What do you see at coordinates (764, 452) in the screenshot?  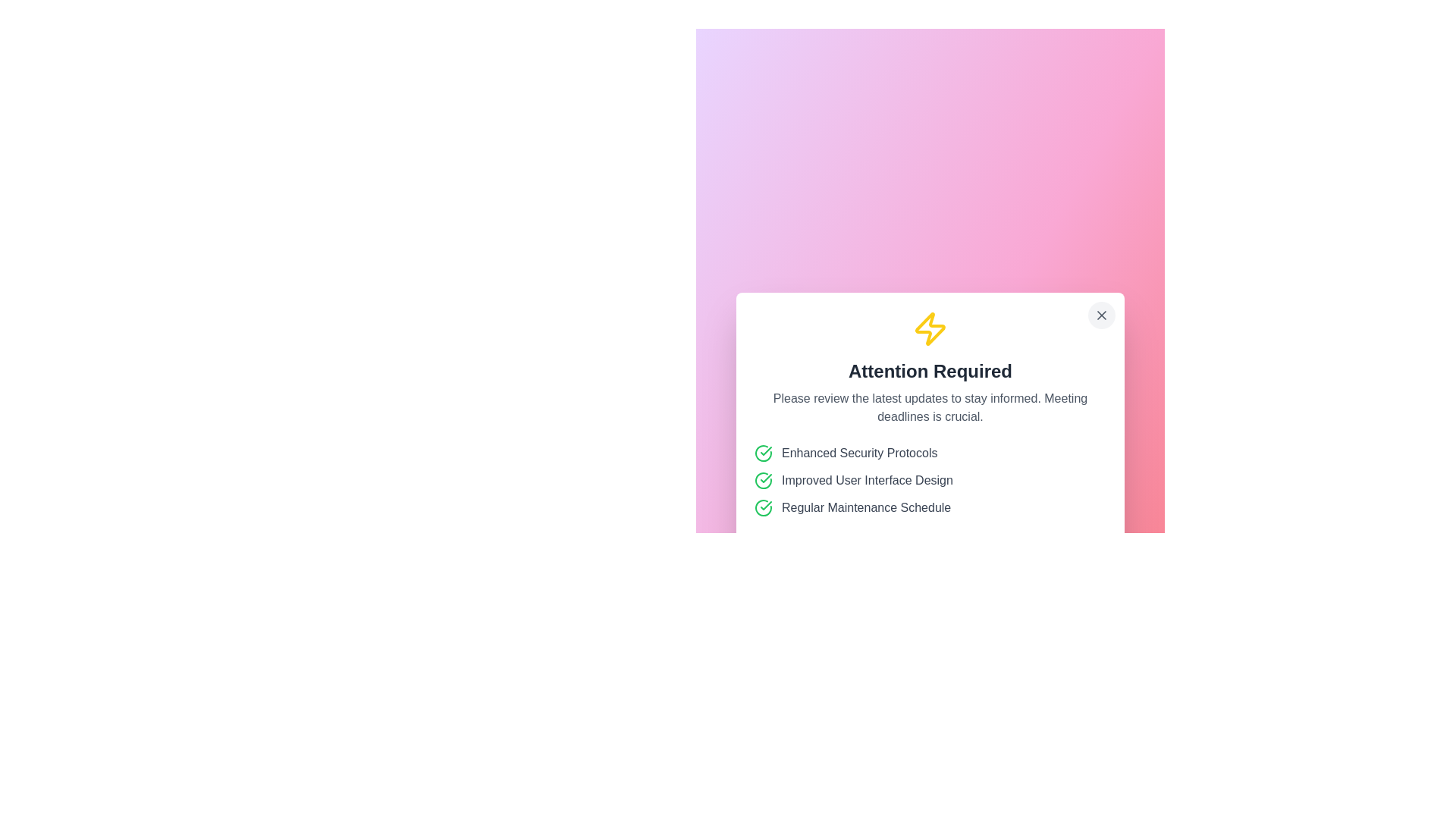 I see `the circular green checkmark icon that indicates a successful status, located to the left of the 'Enhanced Security Protocols' text` at bounding box center [764, 452].